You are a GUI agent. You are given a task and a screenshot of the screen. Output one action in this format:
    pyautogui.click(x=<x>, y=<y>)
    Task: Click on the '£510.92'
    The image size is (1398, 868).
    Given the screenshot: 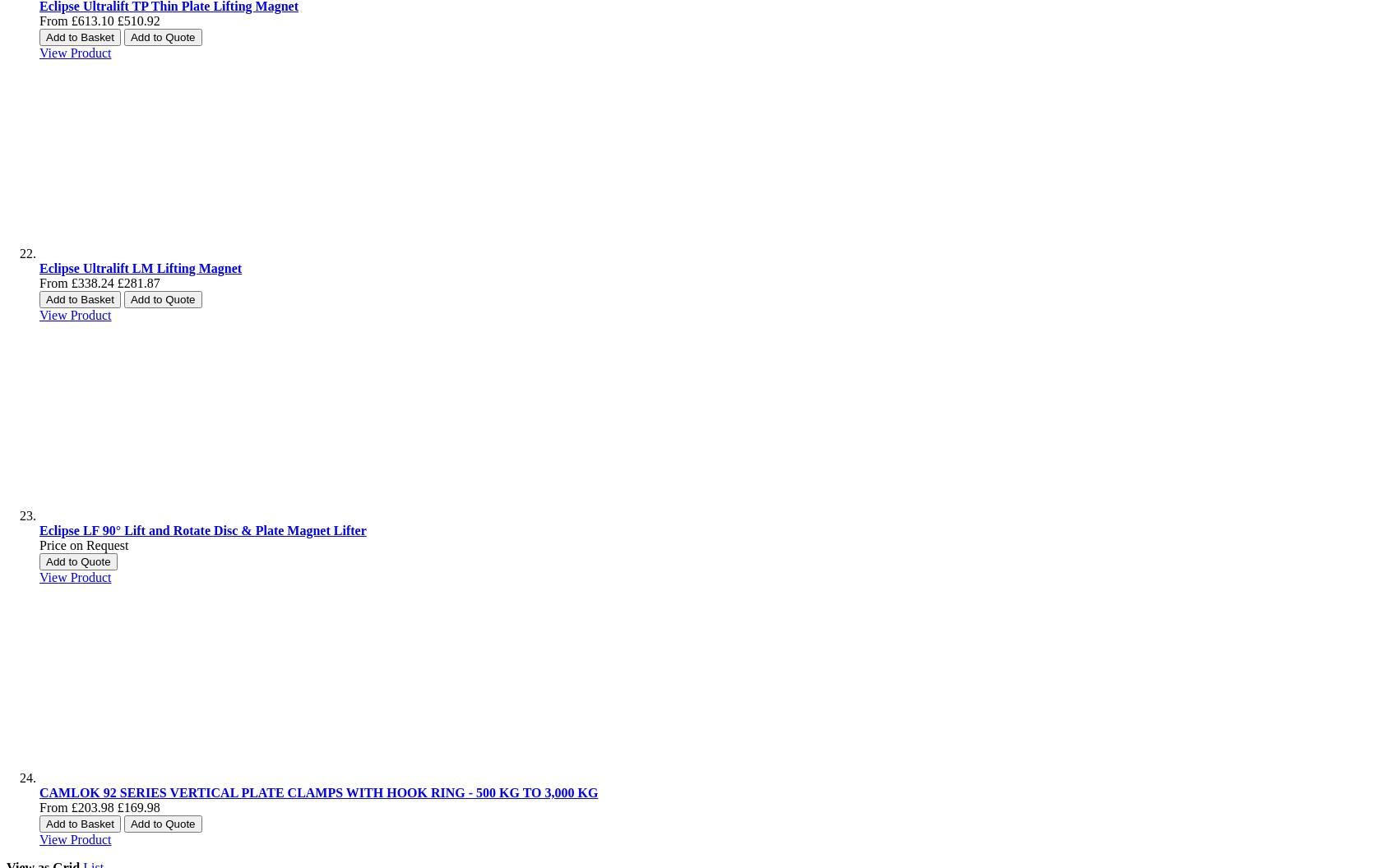 What is the action you would take?
    pyautogui.click(x=137, y=21)
    